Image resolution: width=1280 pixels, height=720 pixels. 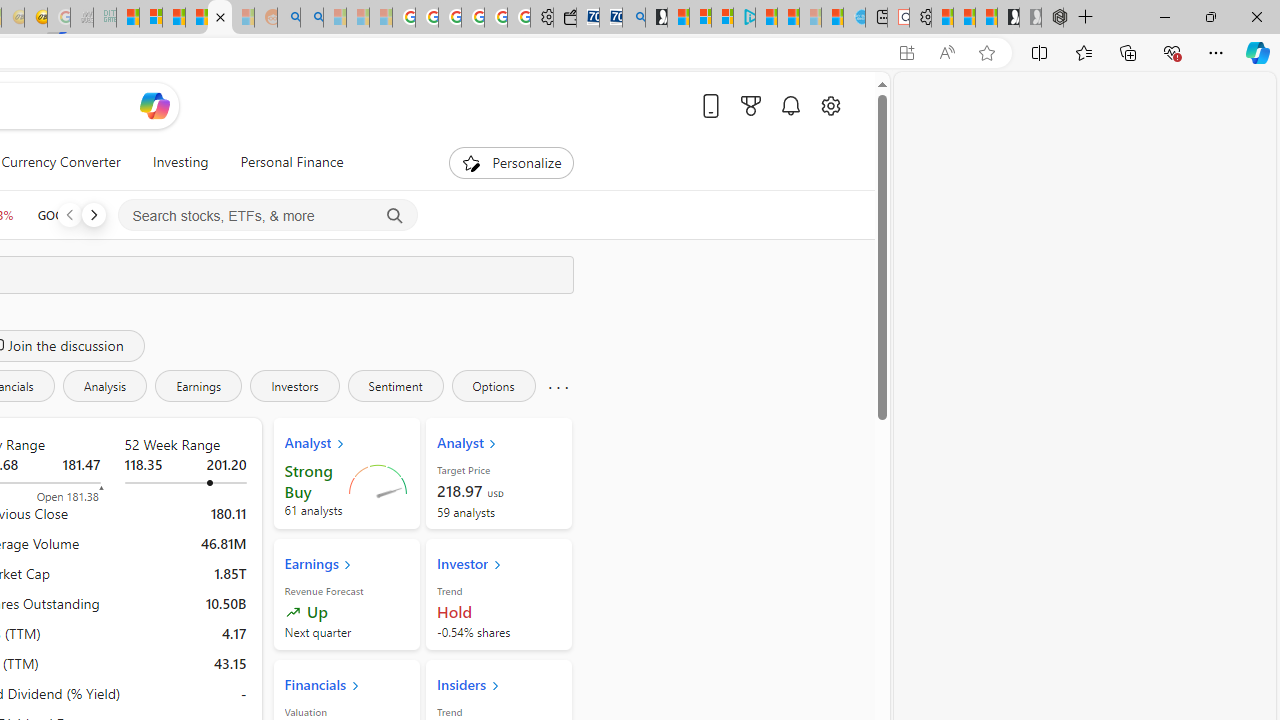 What do you see at coordinates (493, 385) in the screenshot?
I see `'Options'` at bounding box center [493, 385].